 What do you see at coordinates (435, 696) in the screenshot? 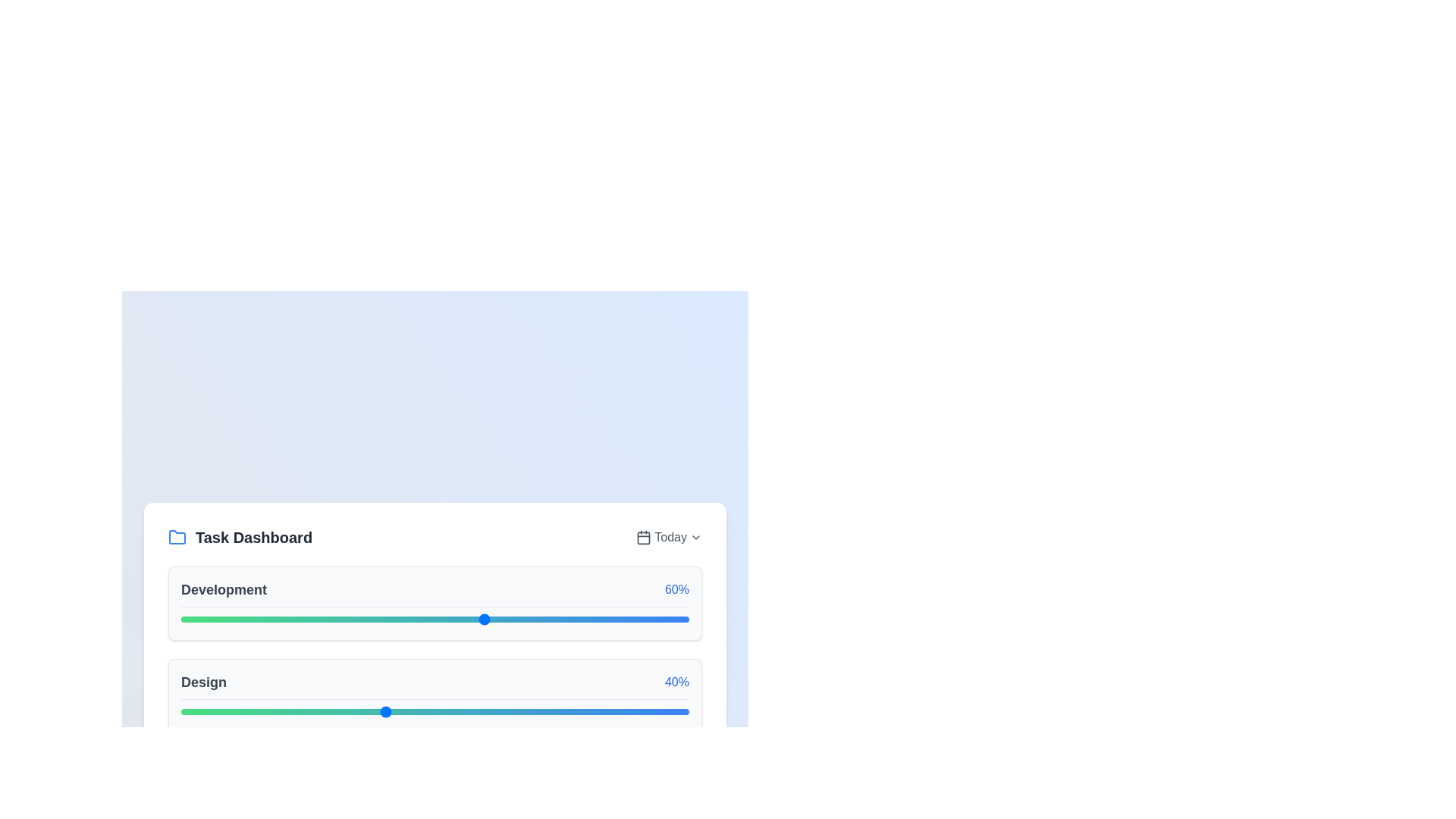
I see `the progress bar displaying 'Design' to focus it for further interaction` at bounding box center [435, 696].